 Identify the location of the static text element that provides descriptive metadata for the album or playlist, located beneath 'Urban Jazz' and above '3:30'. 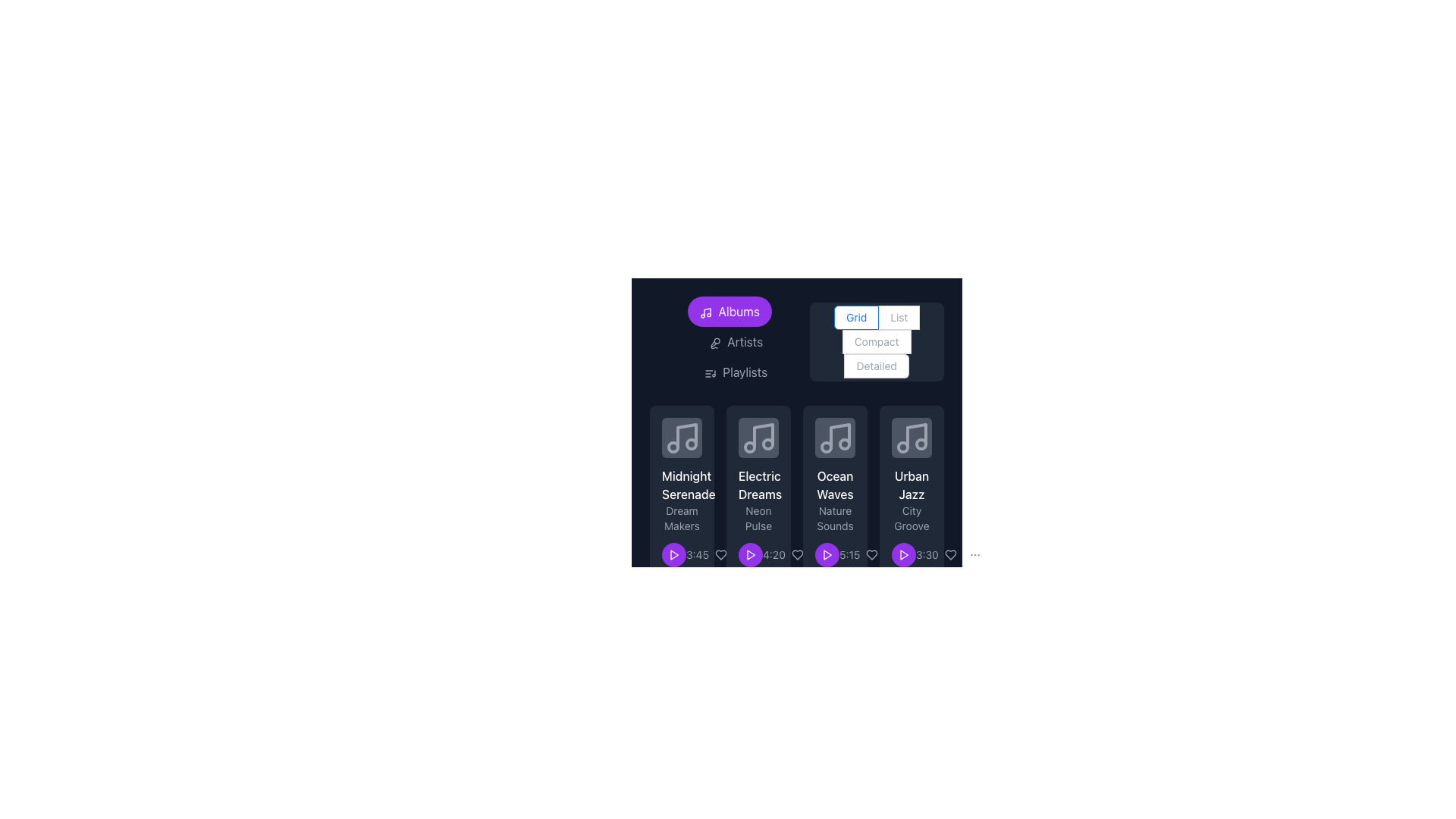
(911, 517).